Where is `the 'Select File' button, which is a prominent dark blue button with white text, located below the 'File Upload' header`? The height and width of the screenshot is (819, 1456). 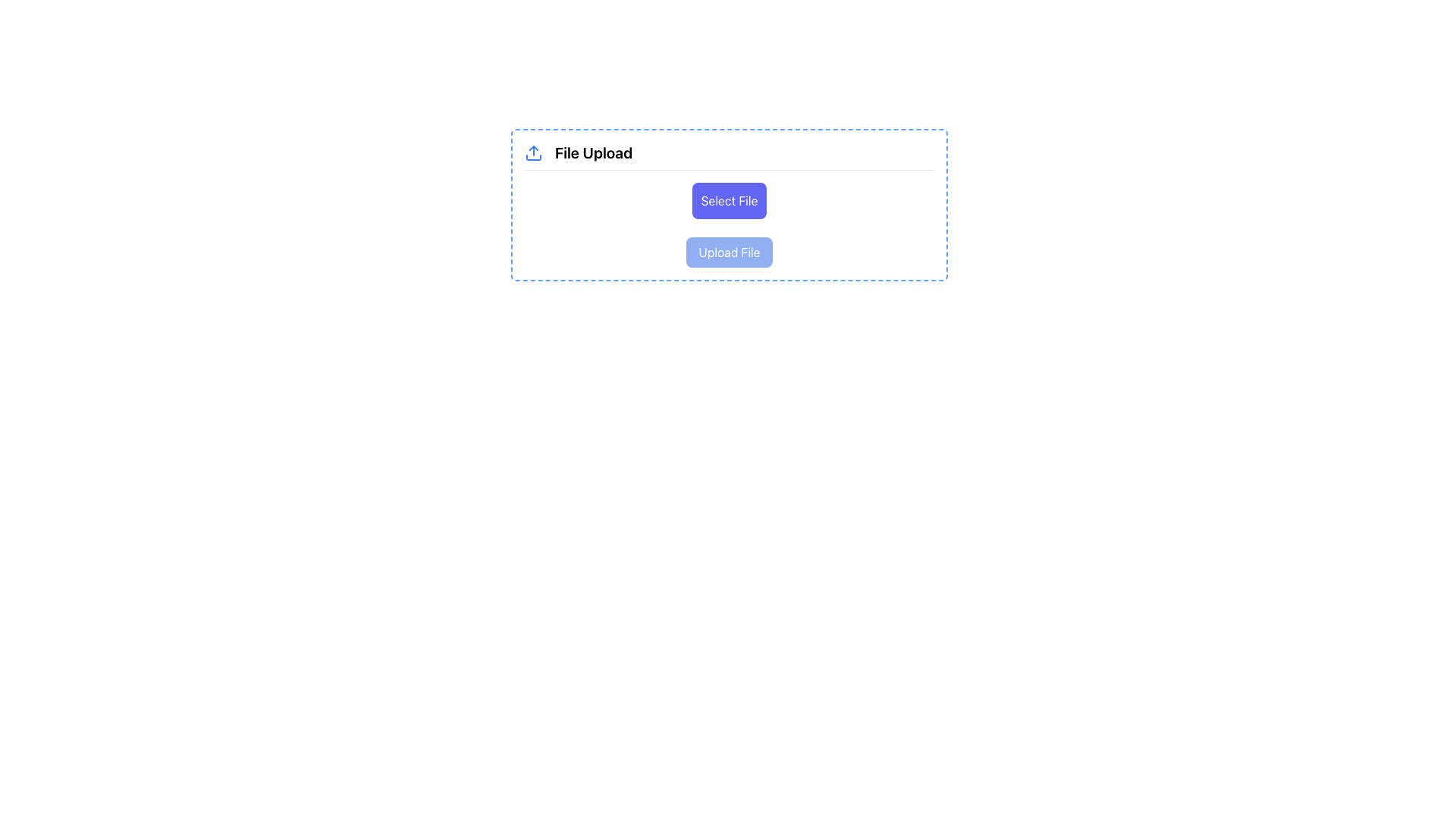 the 'Select File' button, which is a prominent dark blue button with white text, located below the 'File Upload' header is located at coordinates (729, 205).